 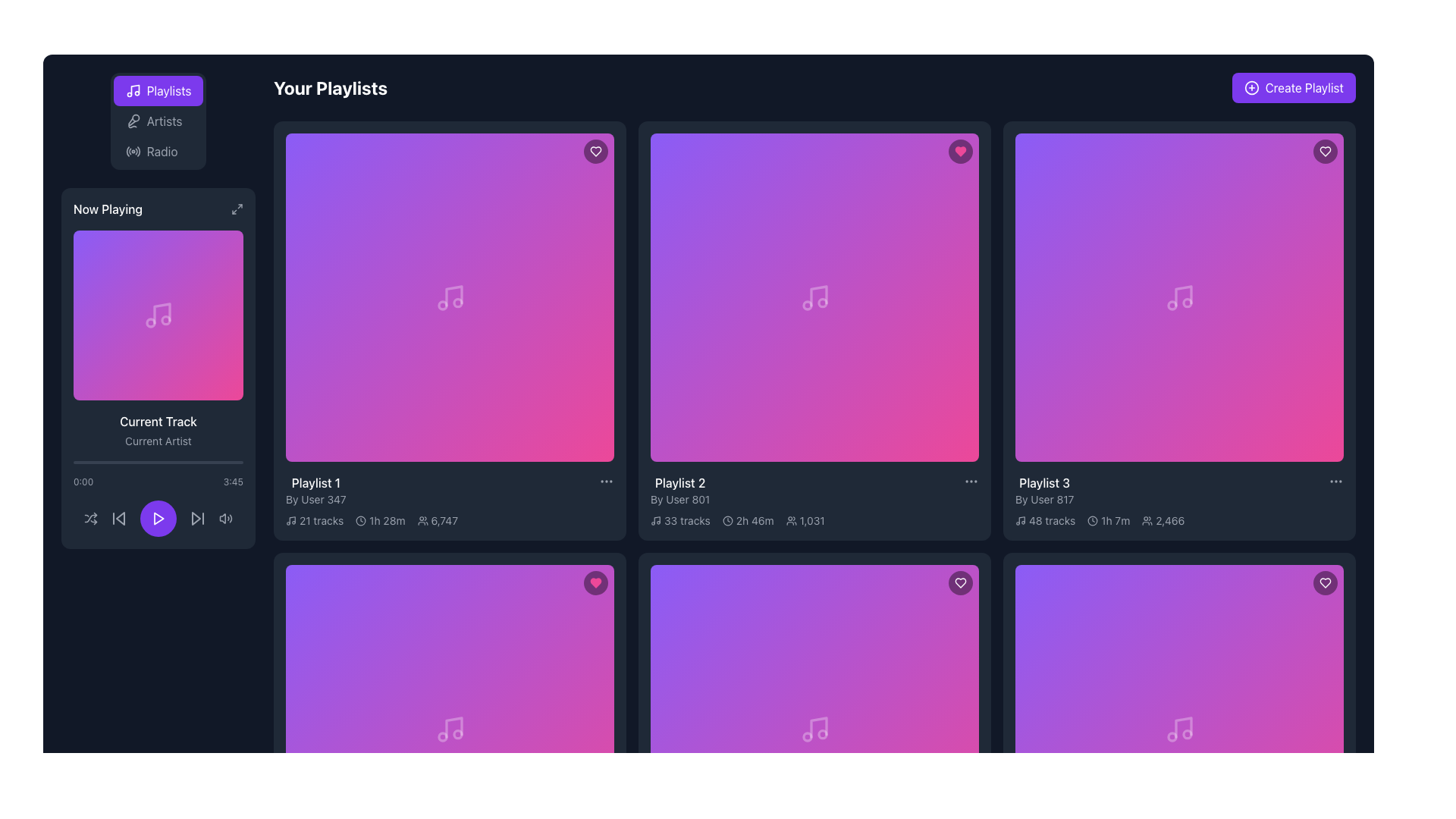 I want to click on the 'like' or 'favorite' Icon button located in the top-right corner of the second playlist card, which is highlighted by a rounded background, so click(x=960, y=152).